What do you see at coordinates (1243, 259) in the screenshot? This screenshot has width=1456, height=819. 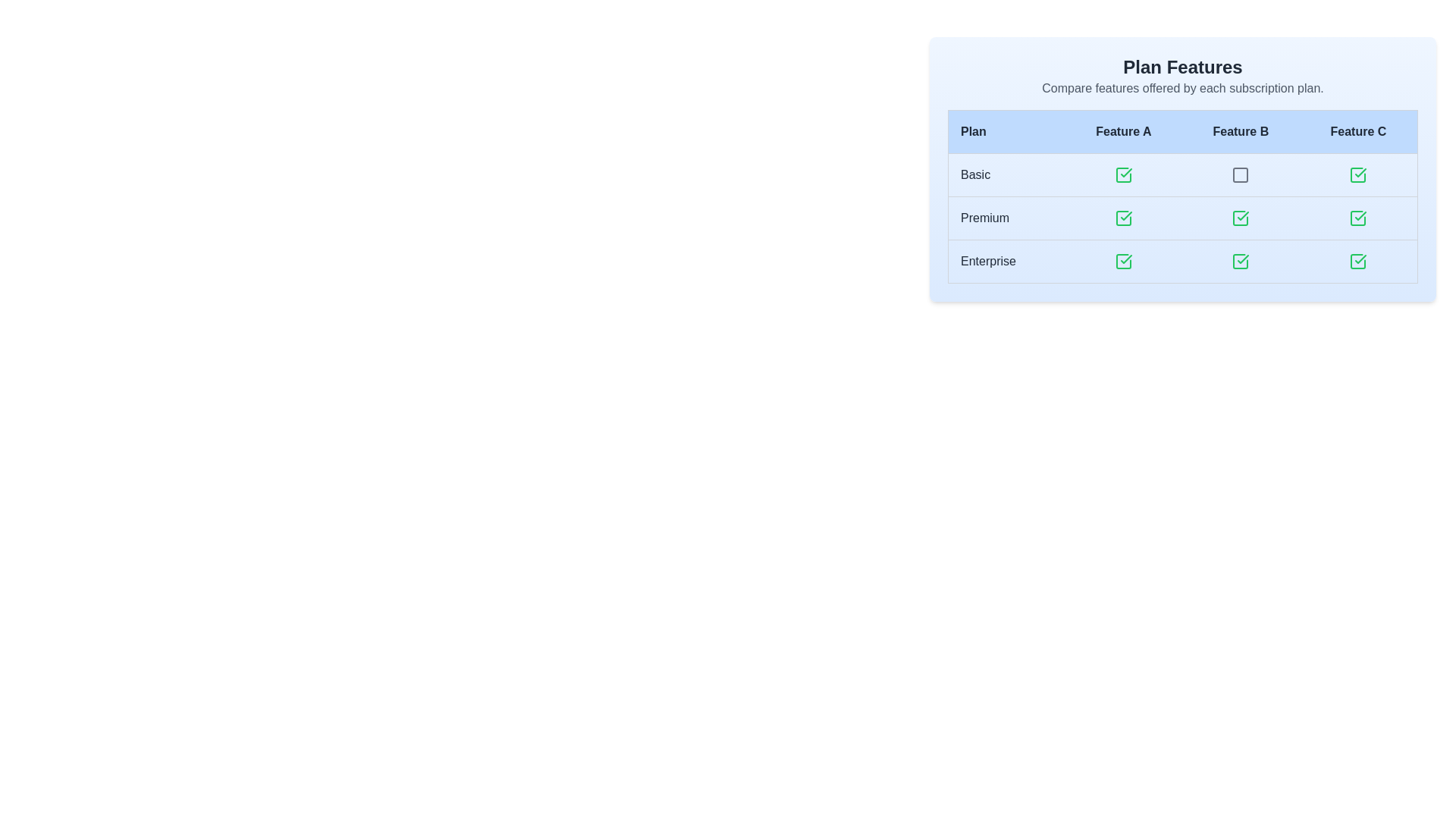 I see `the state of the checkmark icon with a green outline located in the 'Enterprise' subscription plan under 'Feature B' in the feature comparison table` at bounding box center [1243, 259].